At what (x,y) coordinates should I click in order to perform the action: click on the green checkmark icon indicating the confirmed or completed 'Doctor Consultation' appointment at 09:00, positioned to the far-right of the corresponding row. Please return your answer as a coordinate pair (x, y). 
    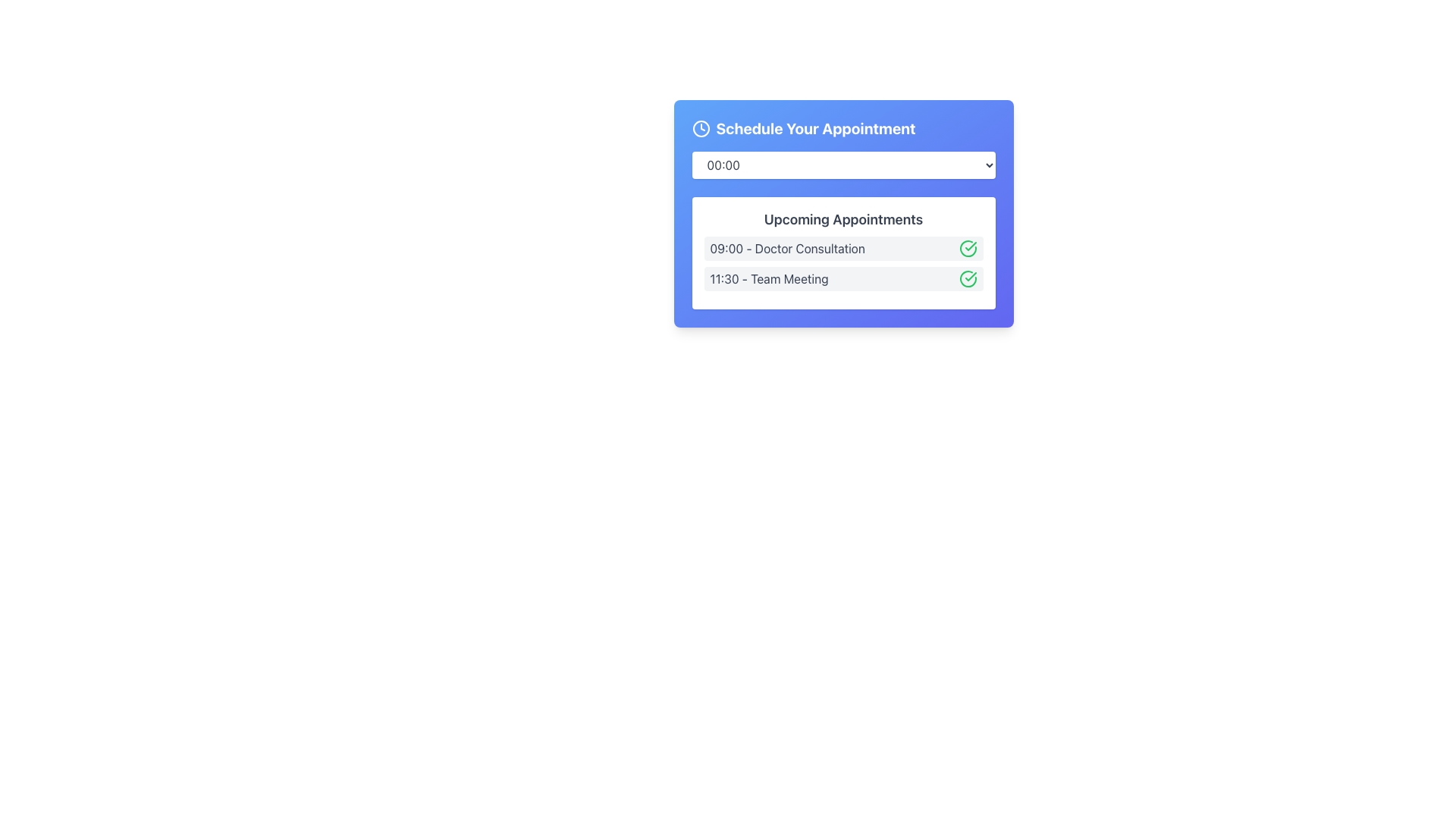
    Looking at the image, I should click on (967, 247).